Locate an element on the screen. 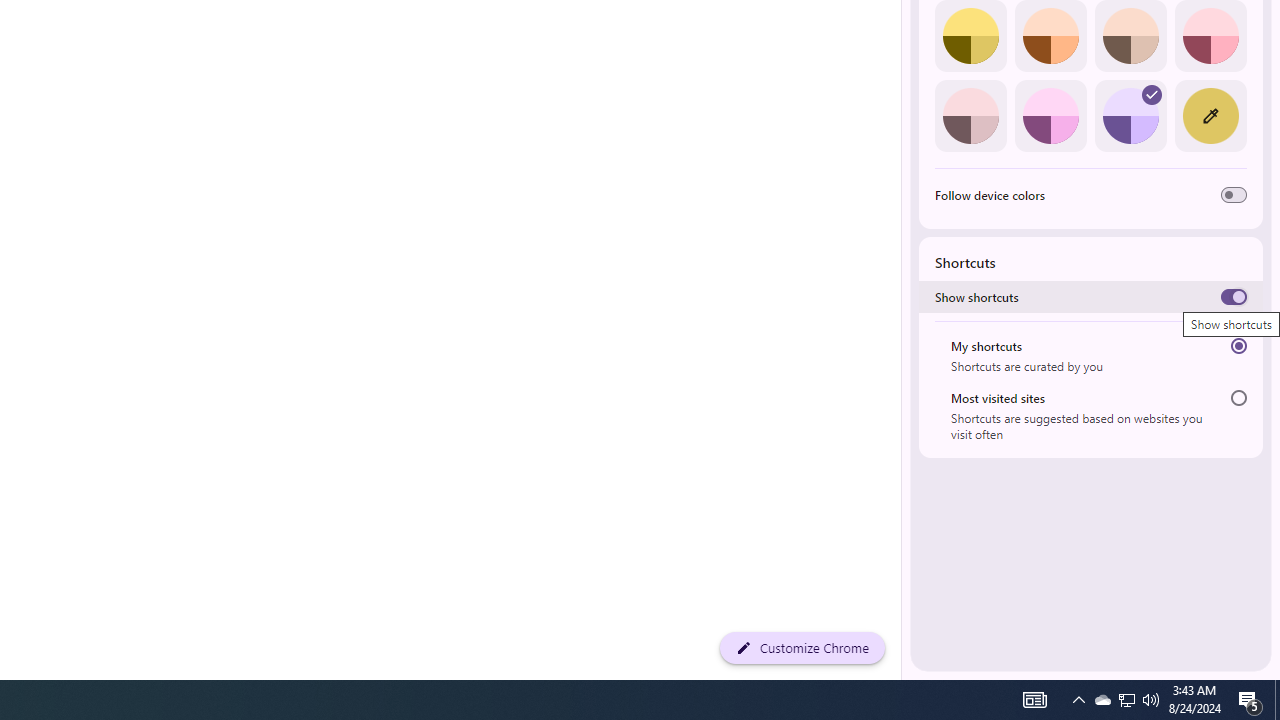 The height and width of the screenshot is (720, 1280). 'Customize Chrome' is located at coordinates (801, 648).